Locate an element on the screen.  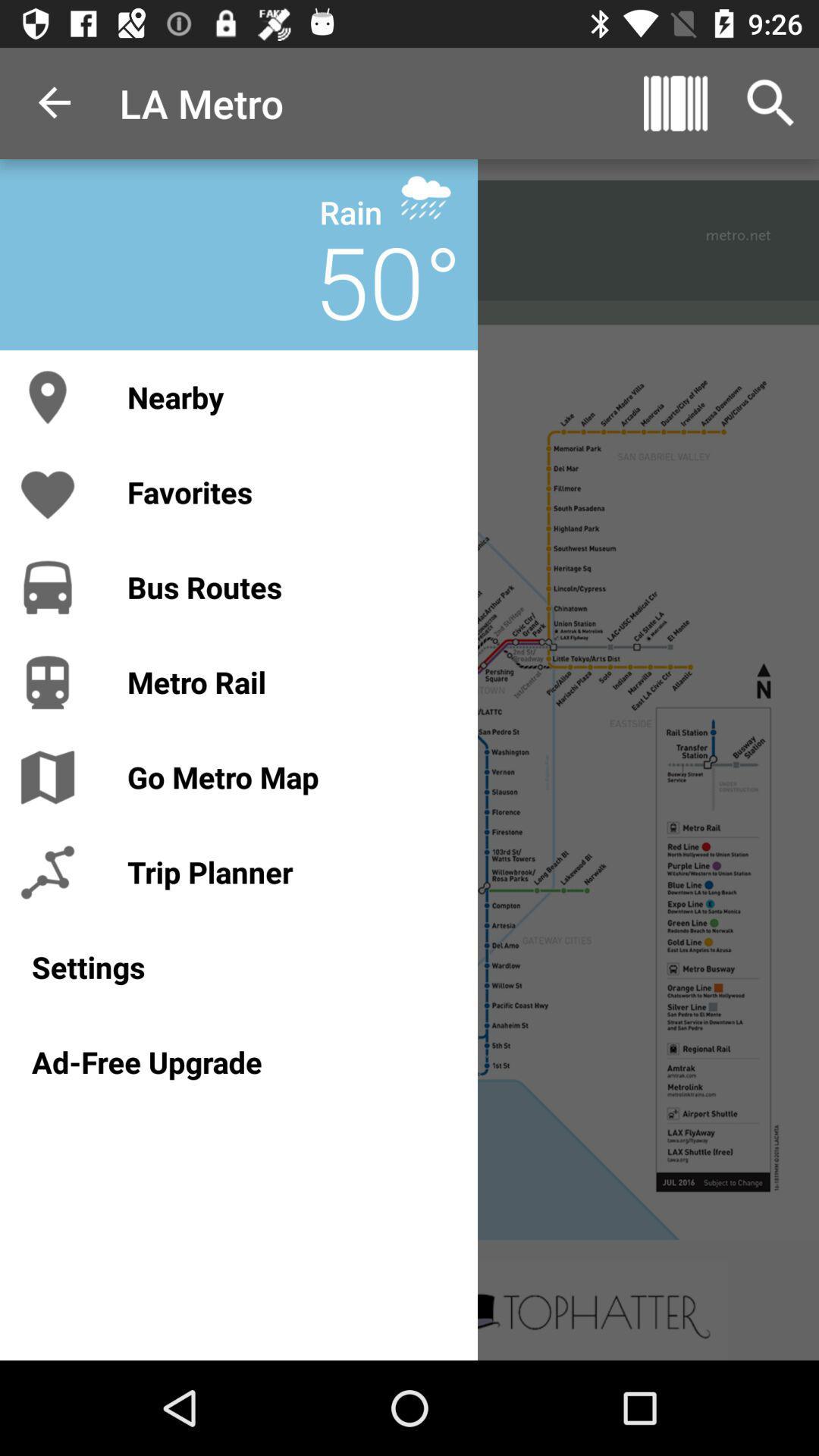
app next to la metro icon is located at coordinates (55, 102).